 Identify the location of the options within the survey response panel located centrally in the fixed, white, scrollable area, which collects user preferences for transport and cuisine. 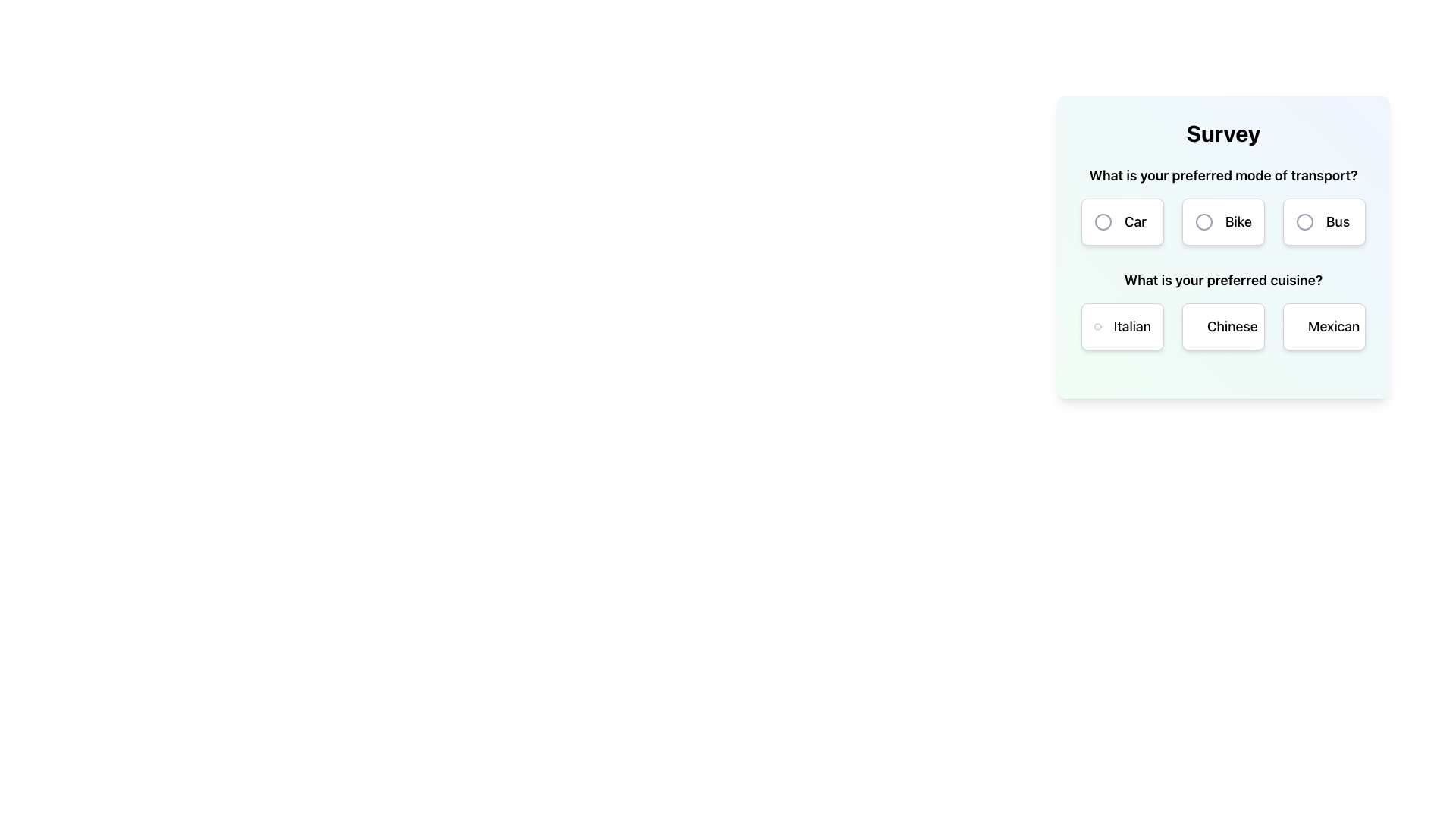
(1223, 246).